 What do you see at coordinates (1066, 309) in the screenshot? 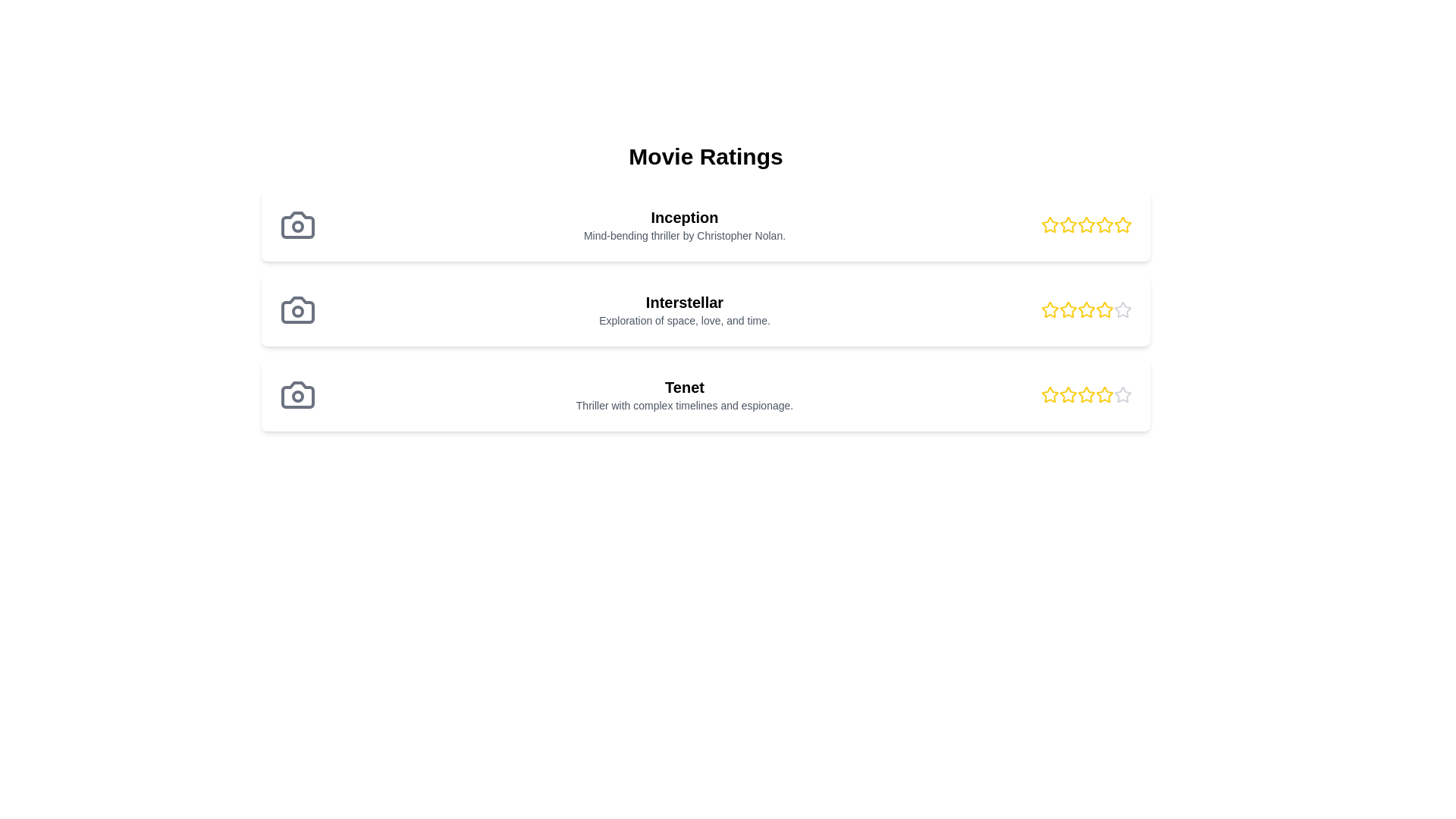
I see `the second yellow star icon in the 'Interstellar' rating section to rate it` at bounding box center [1066, 309].